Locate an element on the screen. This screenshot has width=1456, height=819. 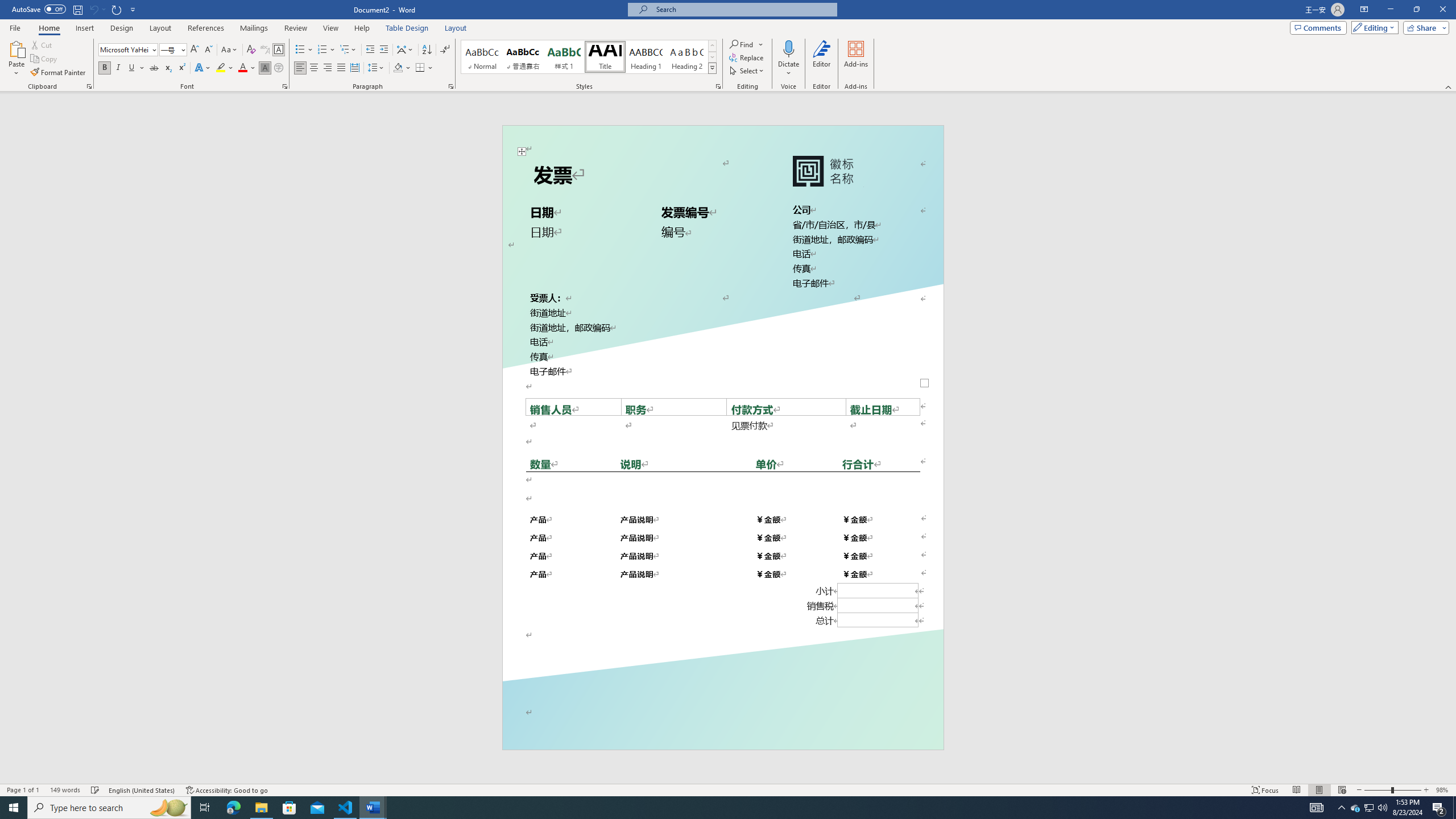
'Replace...' is located at coordinates (747, 56).